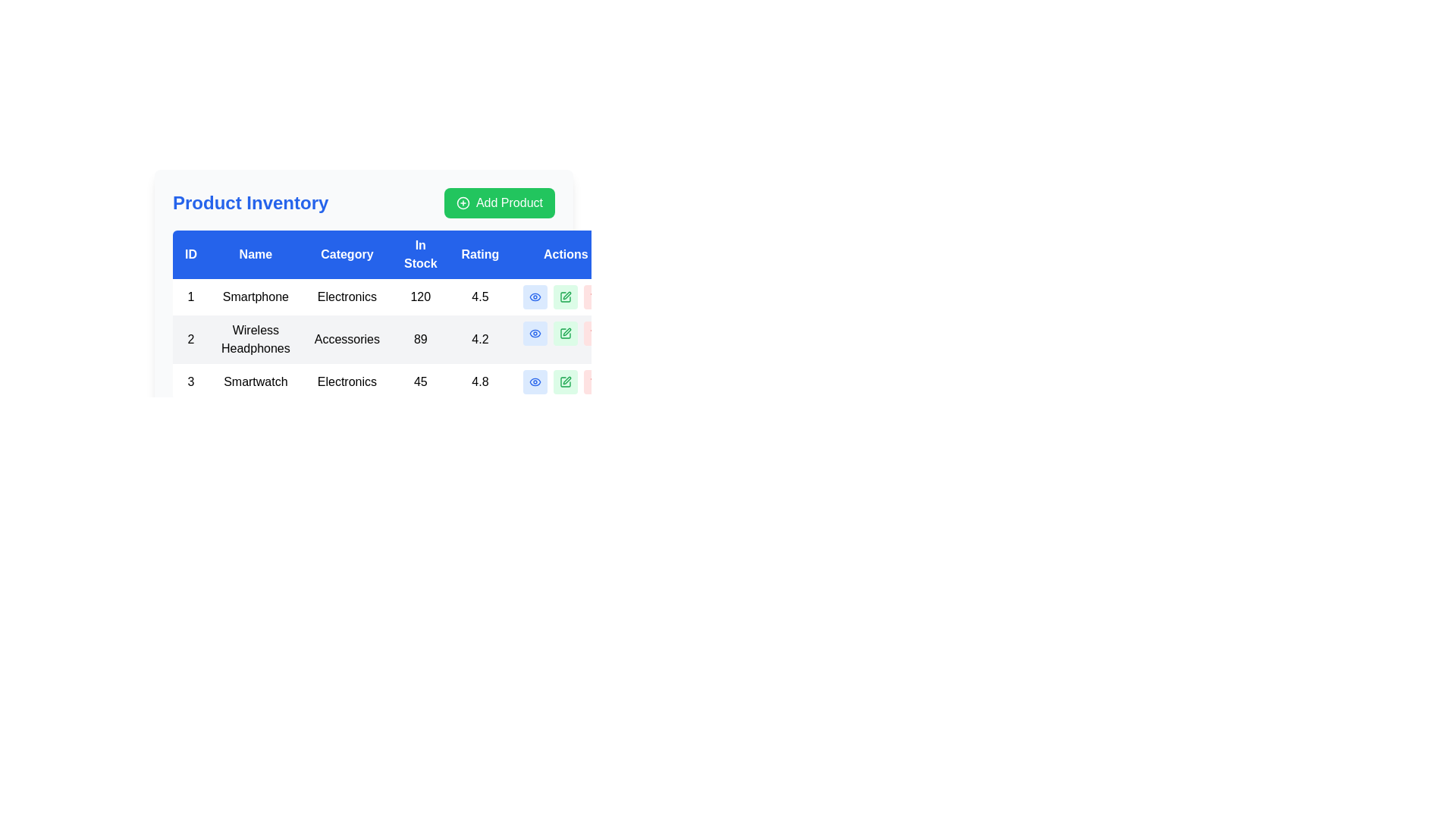 This screenshot has width=1456, height=819. Describe the element at coordinates (535, 381) in the screenshot. I see `the eye icon button in the 'Actions' column of the 'Product Inventory' section` at that location.